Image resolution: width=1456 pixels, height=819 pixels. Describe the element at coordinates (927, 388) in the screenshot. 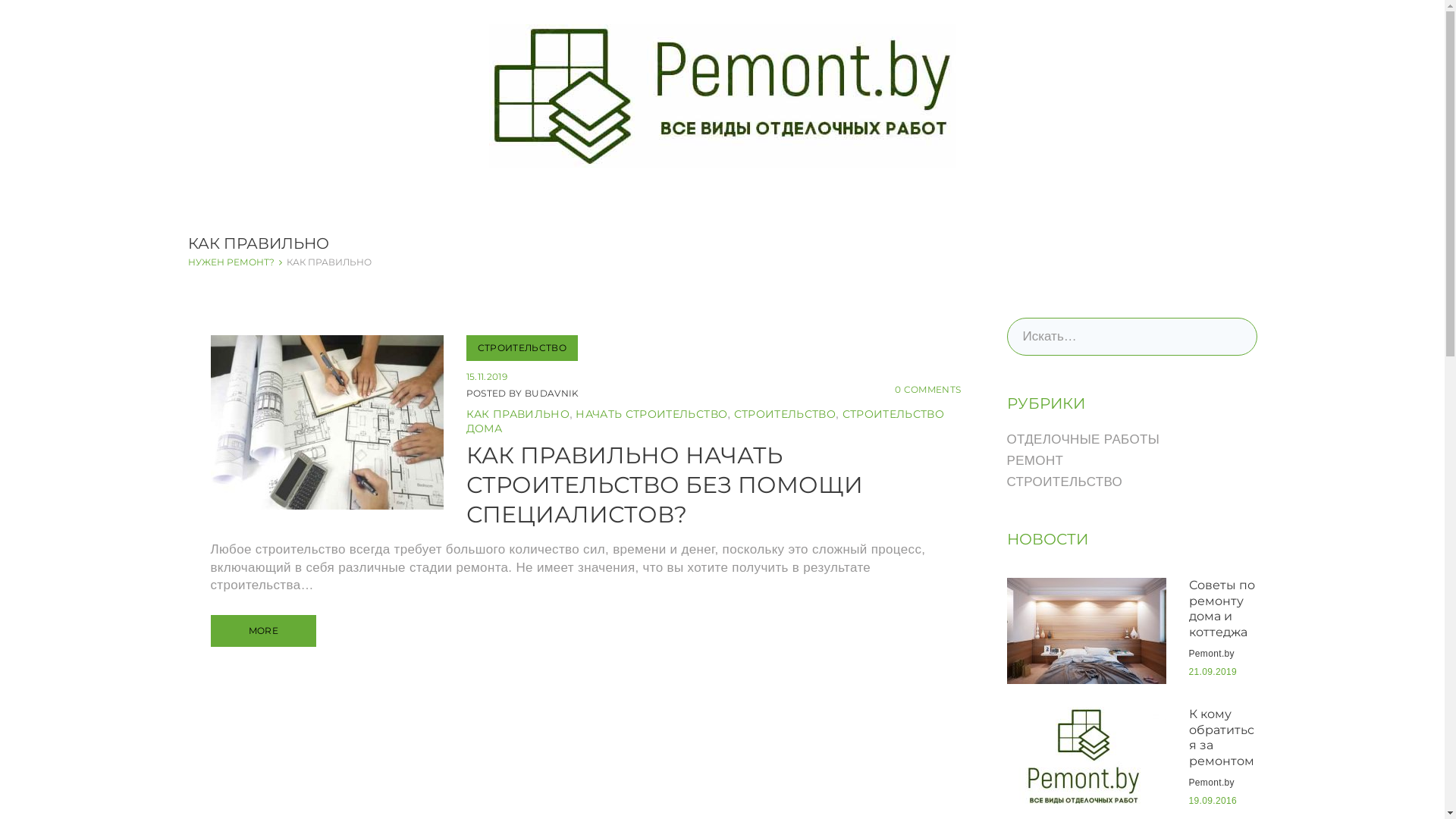

I see `'0 COMMENTS'` at that location.